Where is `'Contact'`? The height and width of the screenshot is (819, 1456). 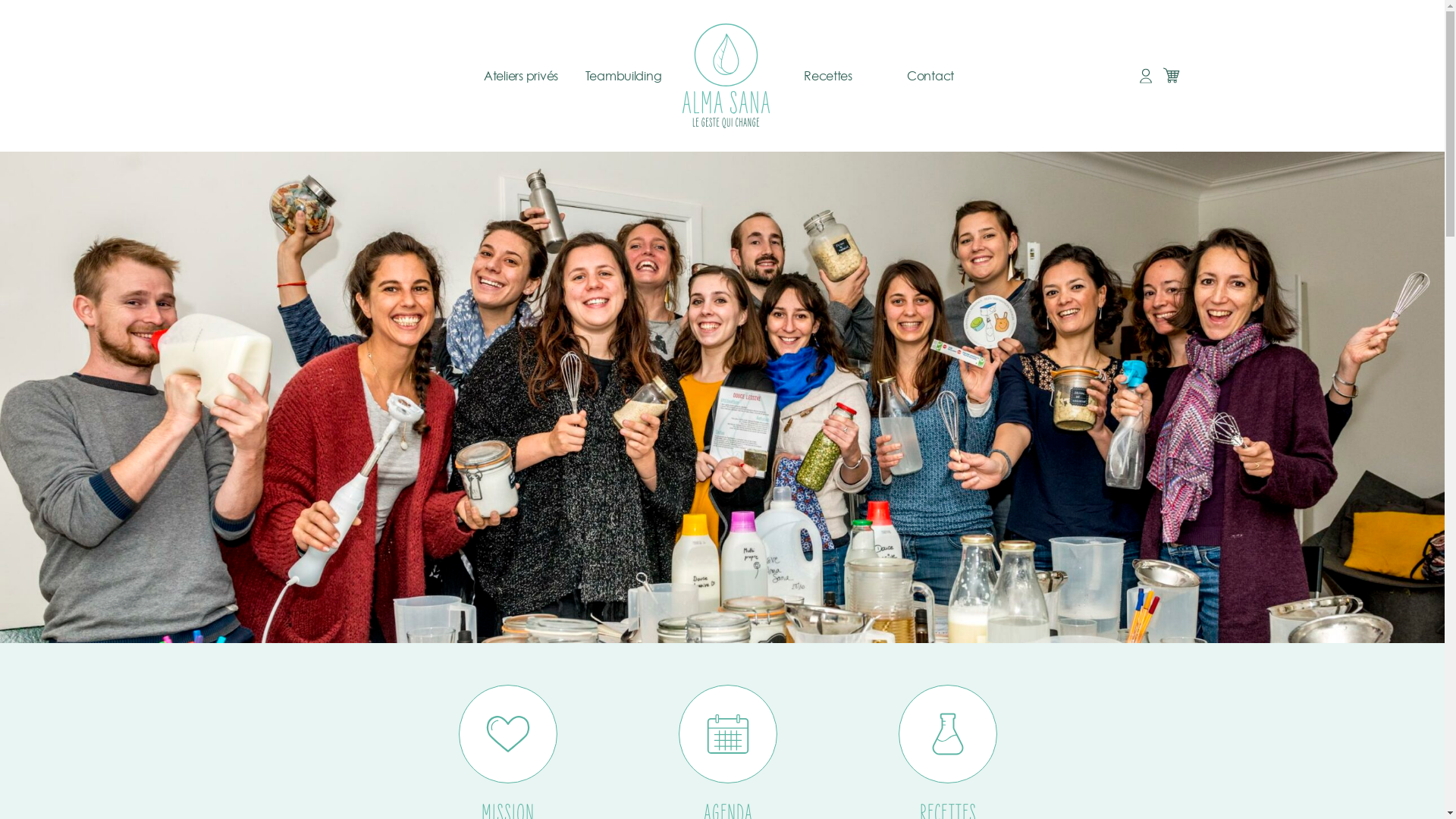 'Contact' is located at coordinates (906, 76).